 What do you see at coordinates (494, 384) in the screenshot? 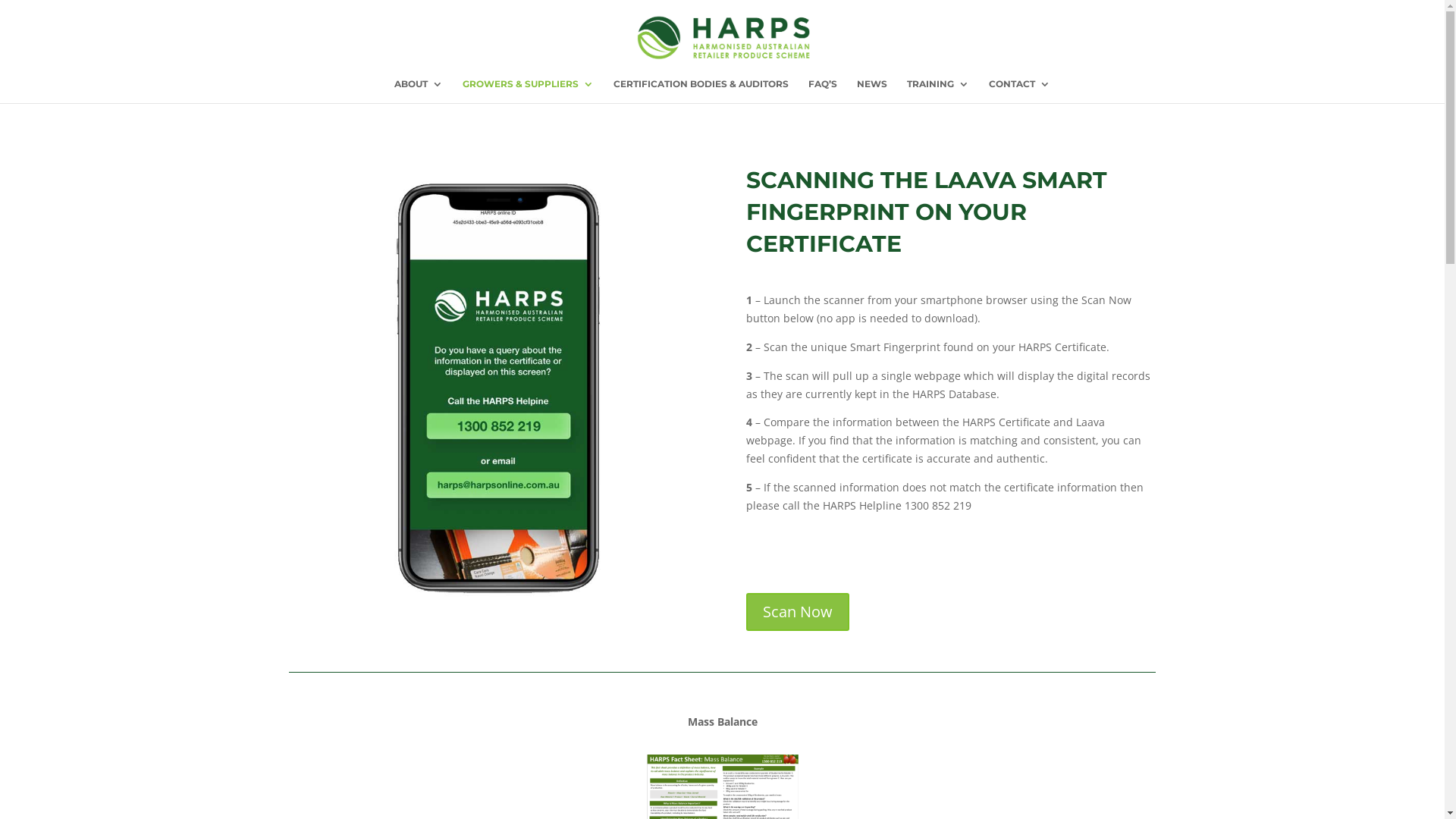
I see `'Laava_Harps_Mobile_Opt'` at bounding box center [494, 384].